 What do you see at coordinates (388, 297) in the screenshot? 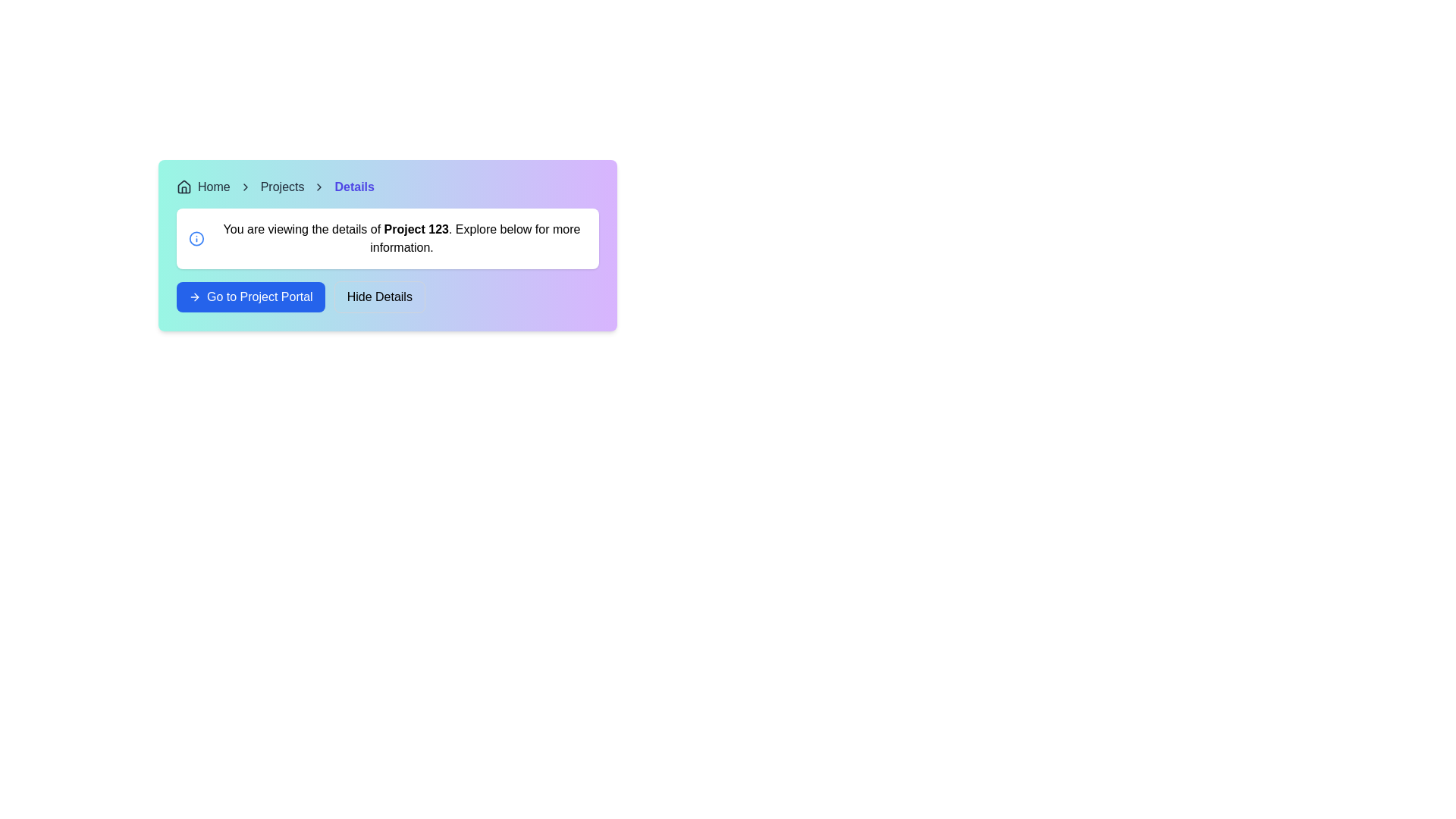
I see `the button that toggles visibility of additional details about 'Project 123', positioned immediately to the right of the 'Go to Project Portal' button` at bounding box center [388, 297].